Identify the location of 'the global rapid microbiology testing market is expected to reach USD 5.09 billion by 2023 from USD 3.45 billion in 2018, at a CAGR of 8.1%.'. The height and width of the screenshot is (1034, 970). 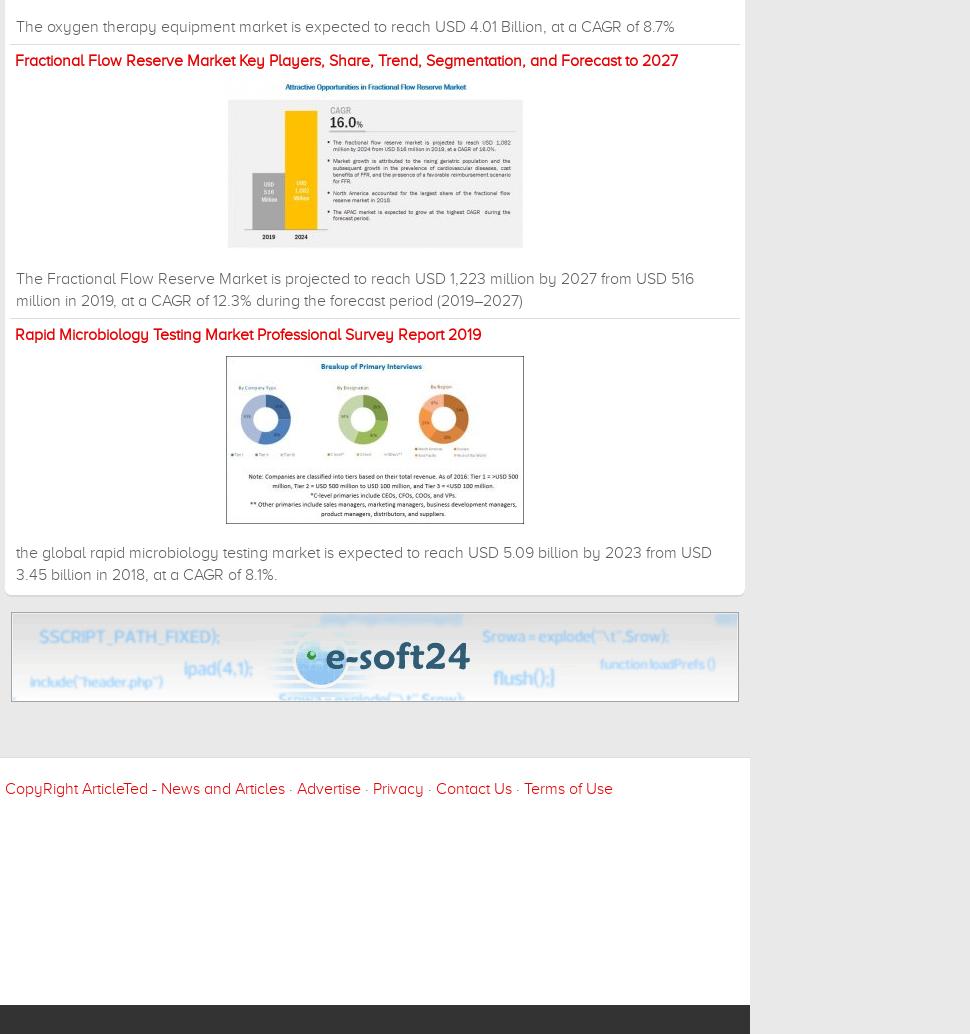
(363, 563).